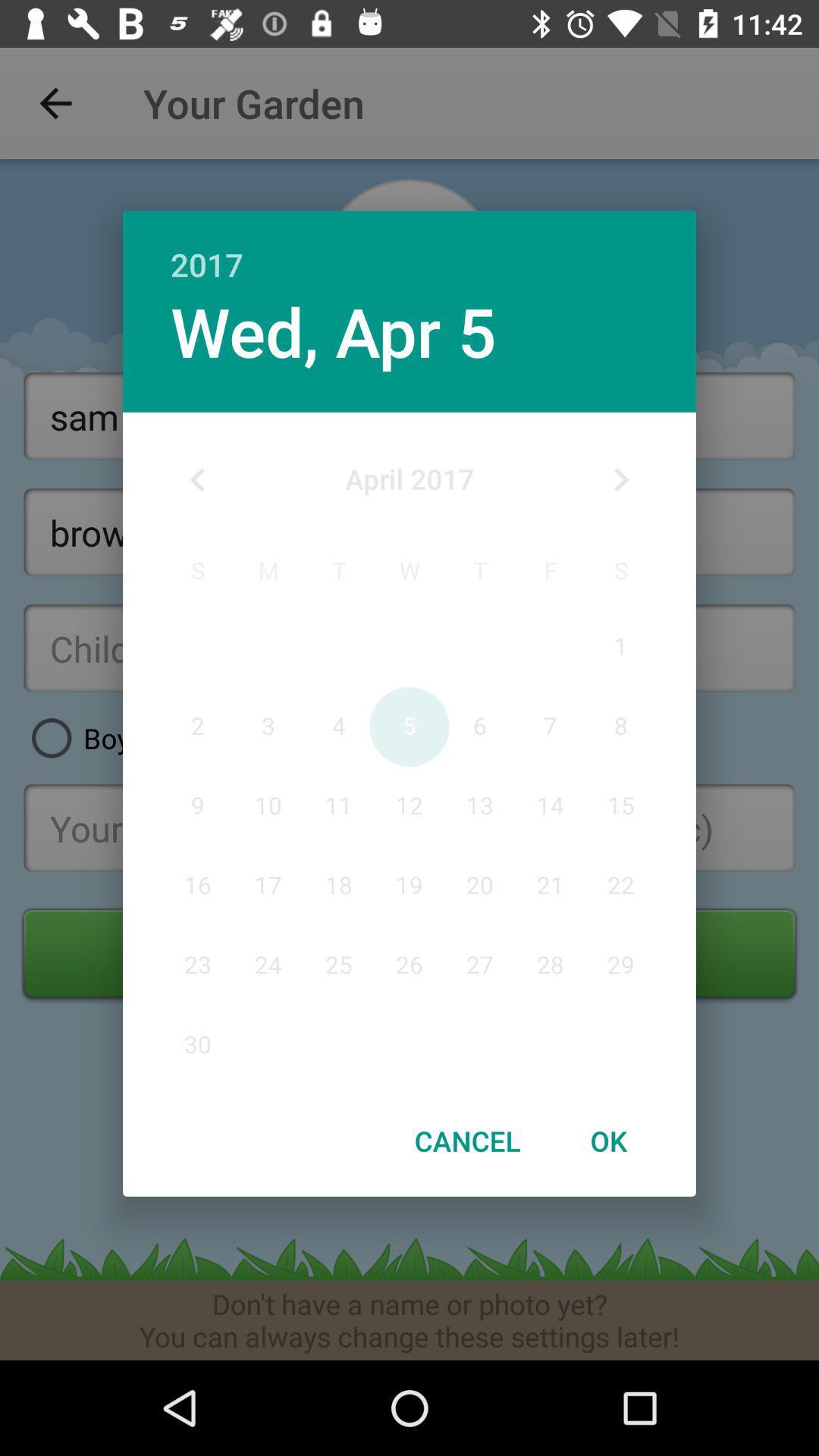 This screenshot has height=1456, width=819. Describe the element at coordinates (607, 1141) in the screenshot. I see `the ok item` at that location.